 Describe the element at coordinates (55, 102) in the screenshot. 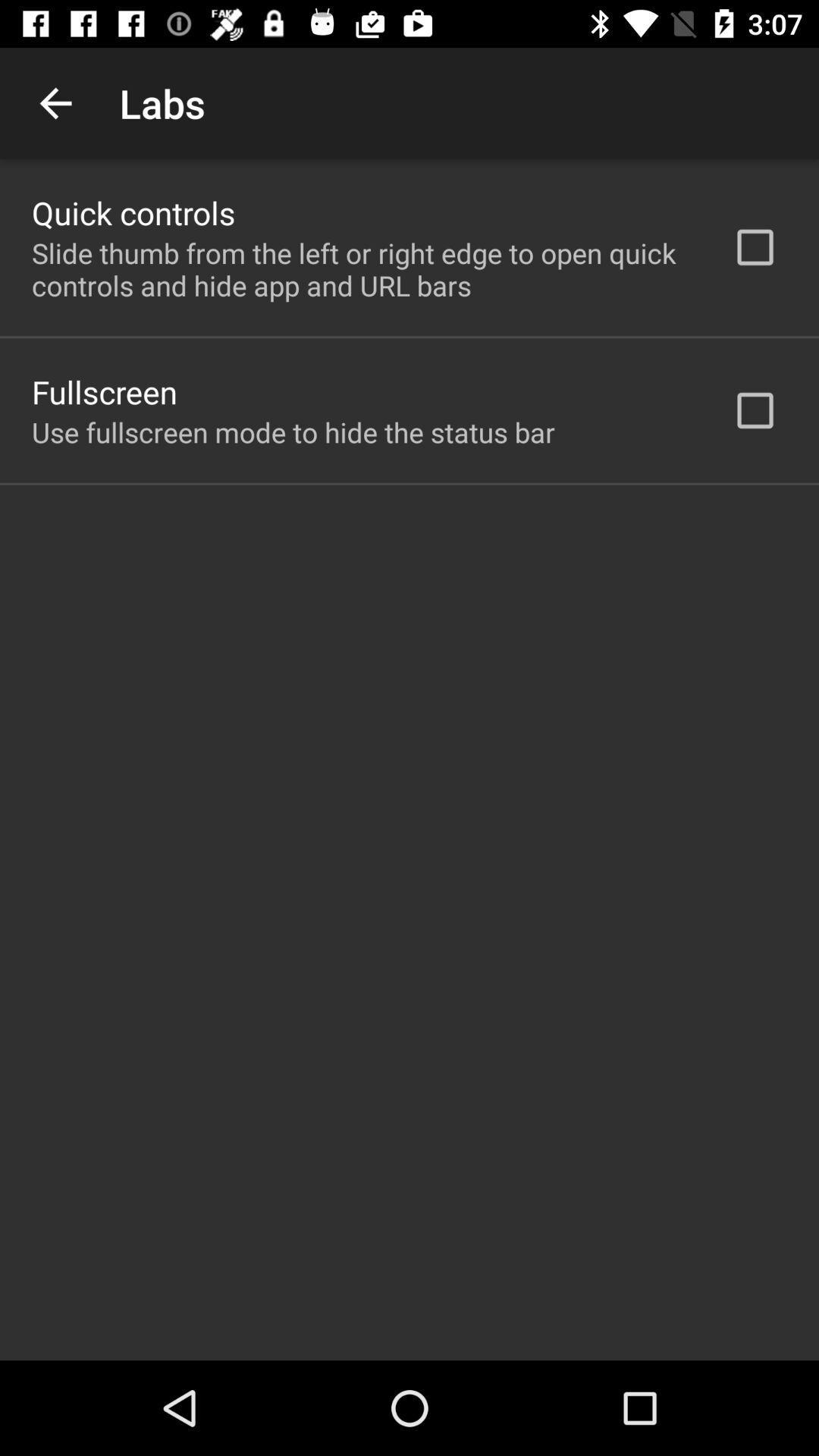

I see `item next to the labs` at that location.